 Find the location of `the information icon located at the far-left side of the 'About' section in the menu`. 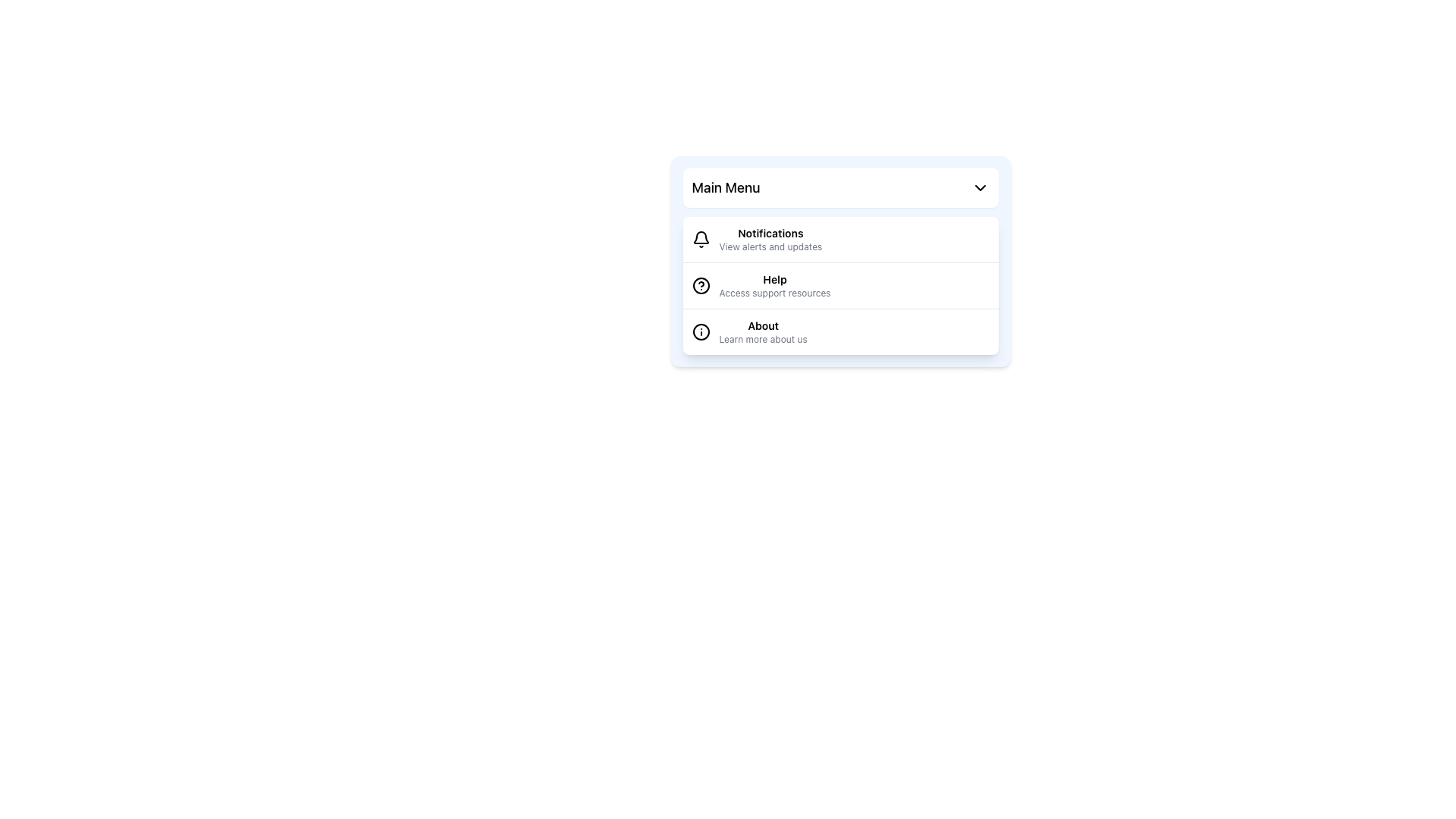

the information icon located at the far-left side of the 'About' section in the menu is located at coordinates (700, 331).